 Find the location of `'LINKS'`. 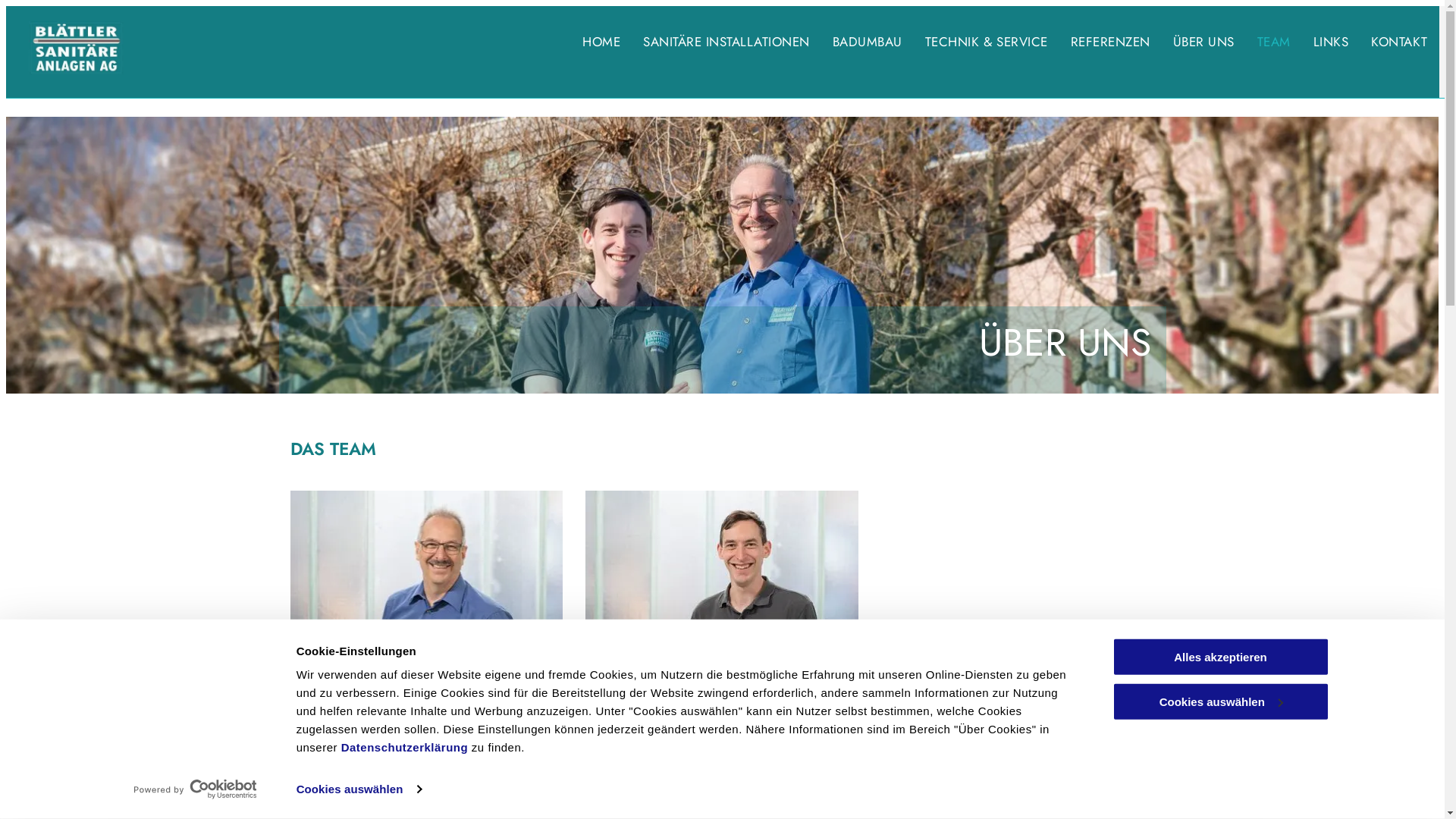

'LINKS' is located at coordinates (1313, 42).